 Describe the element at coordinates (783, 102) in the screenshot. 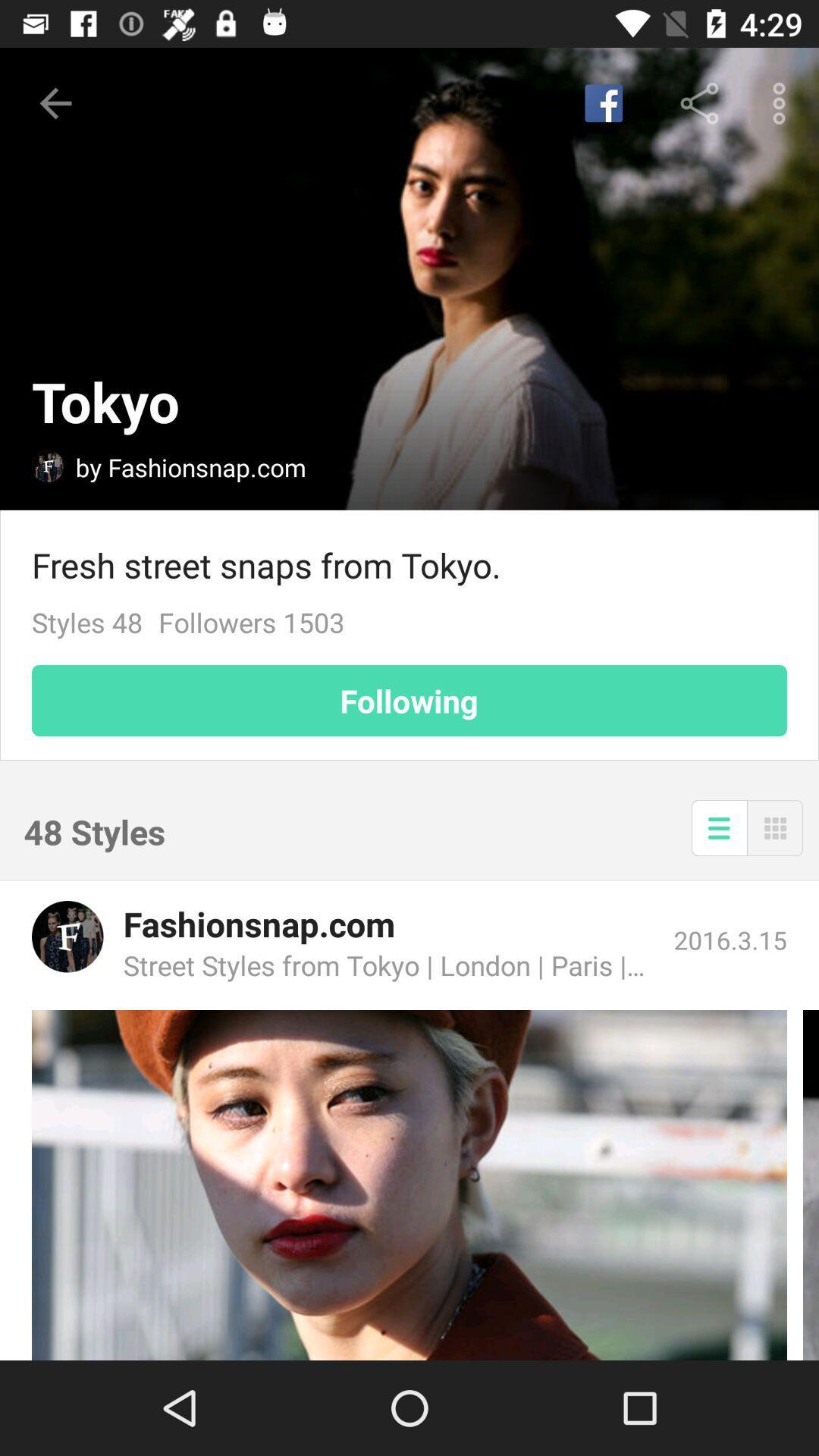

I see `item above the fresh street snaps` at that location.